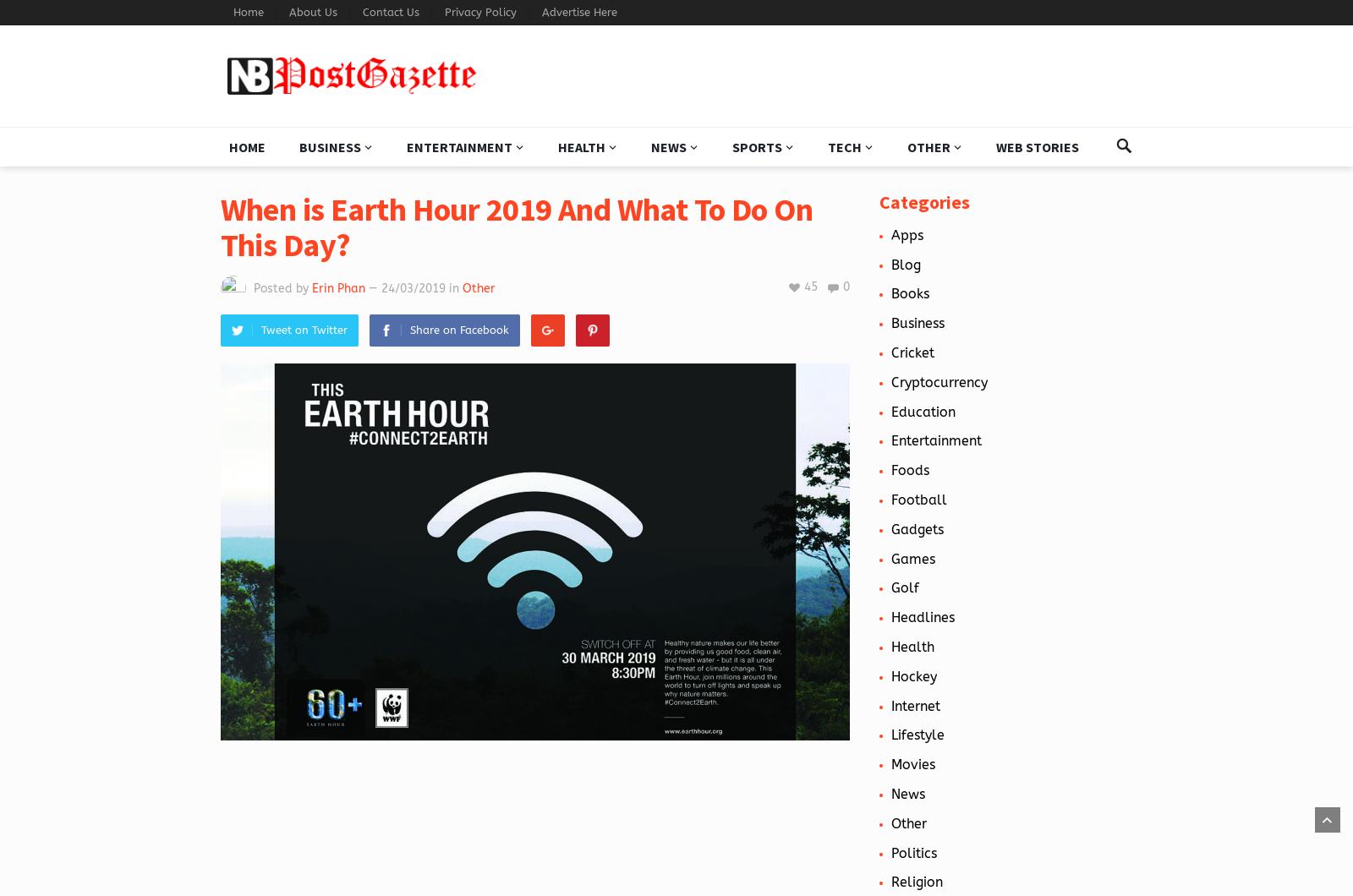  I want to click on 'Erin Phan', so click(337, 287).